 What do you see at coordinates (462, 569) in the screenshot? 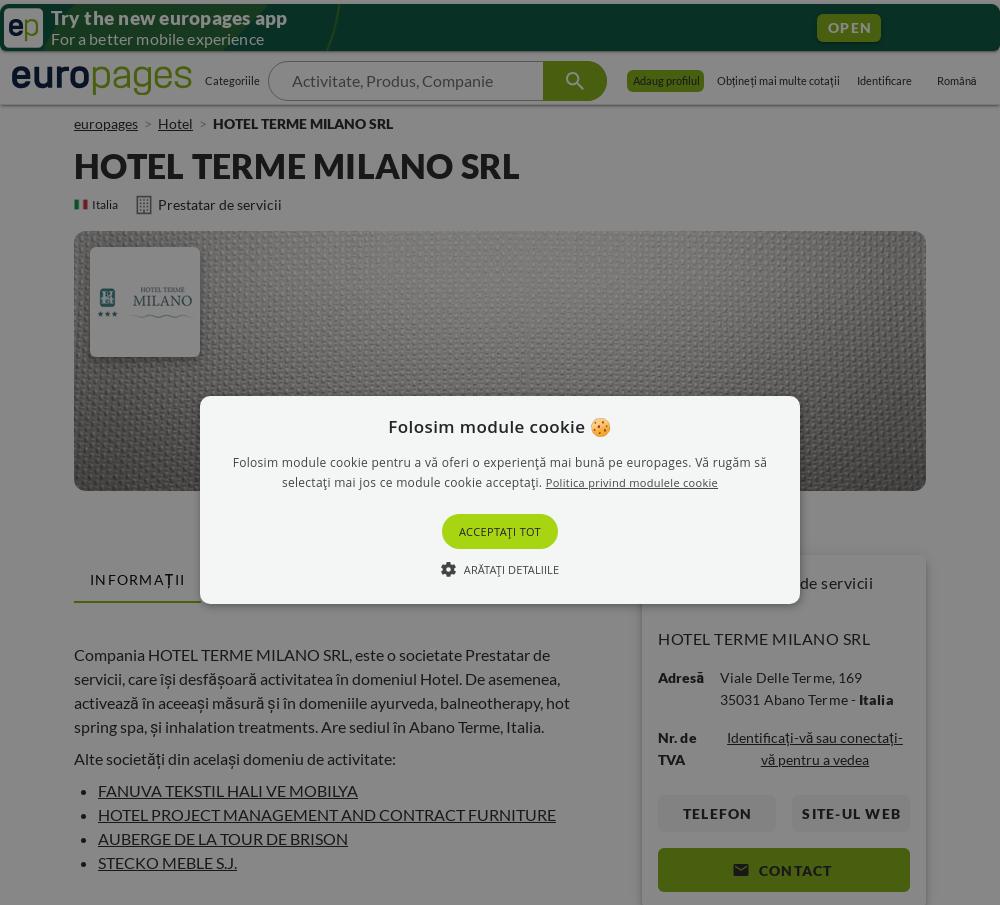
I see `'Arătați detaliile'` at bounding box center [462, 569].